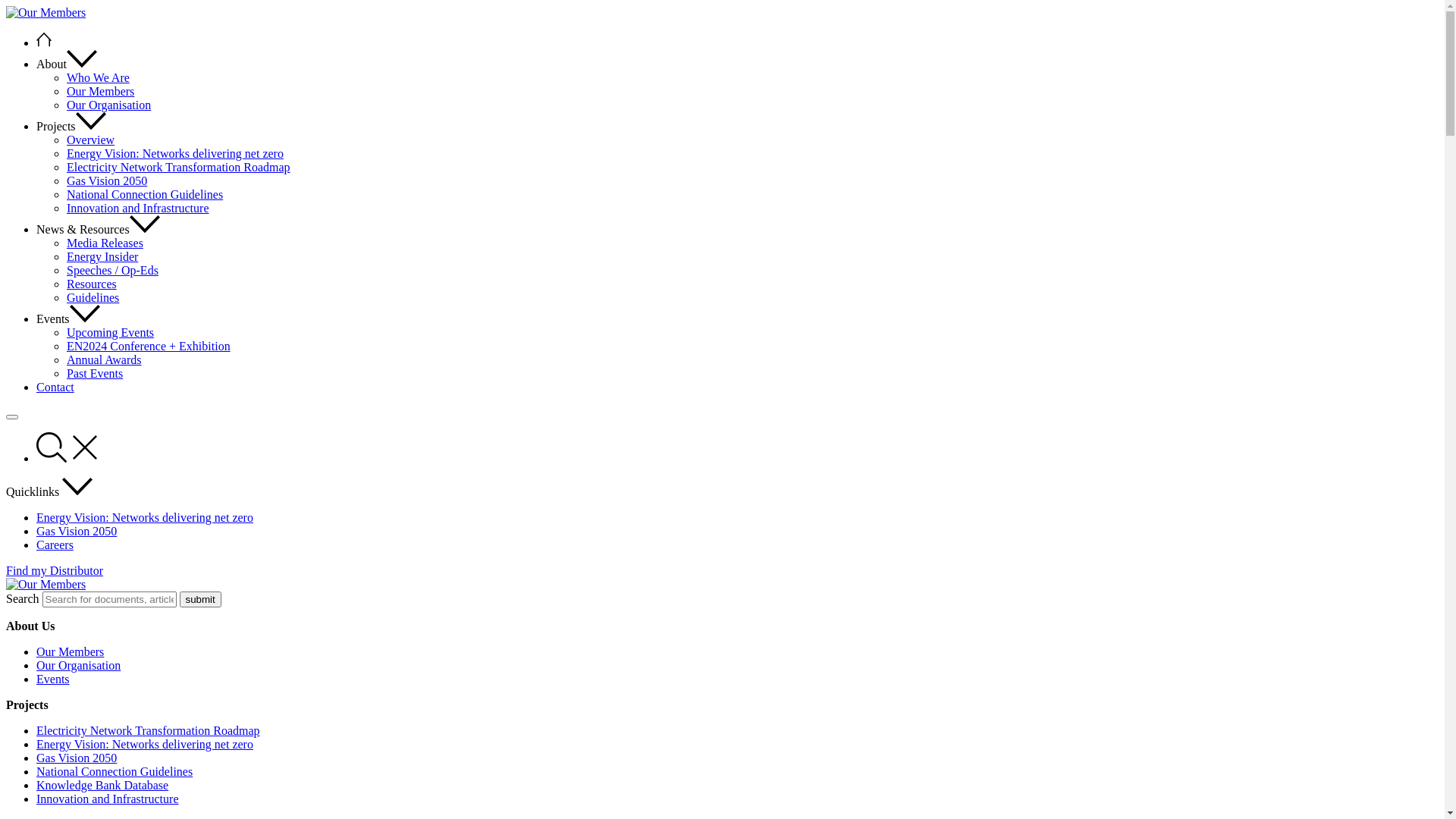  What do you see at coordinates (65, 63) in the screenshot?
I see `'About'` at bounding box center [65, 63].